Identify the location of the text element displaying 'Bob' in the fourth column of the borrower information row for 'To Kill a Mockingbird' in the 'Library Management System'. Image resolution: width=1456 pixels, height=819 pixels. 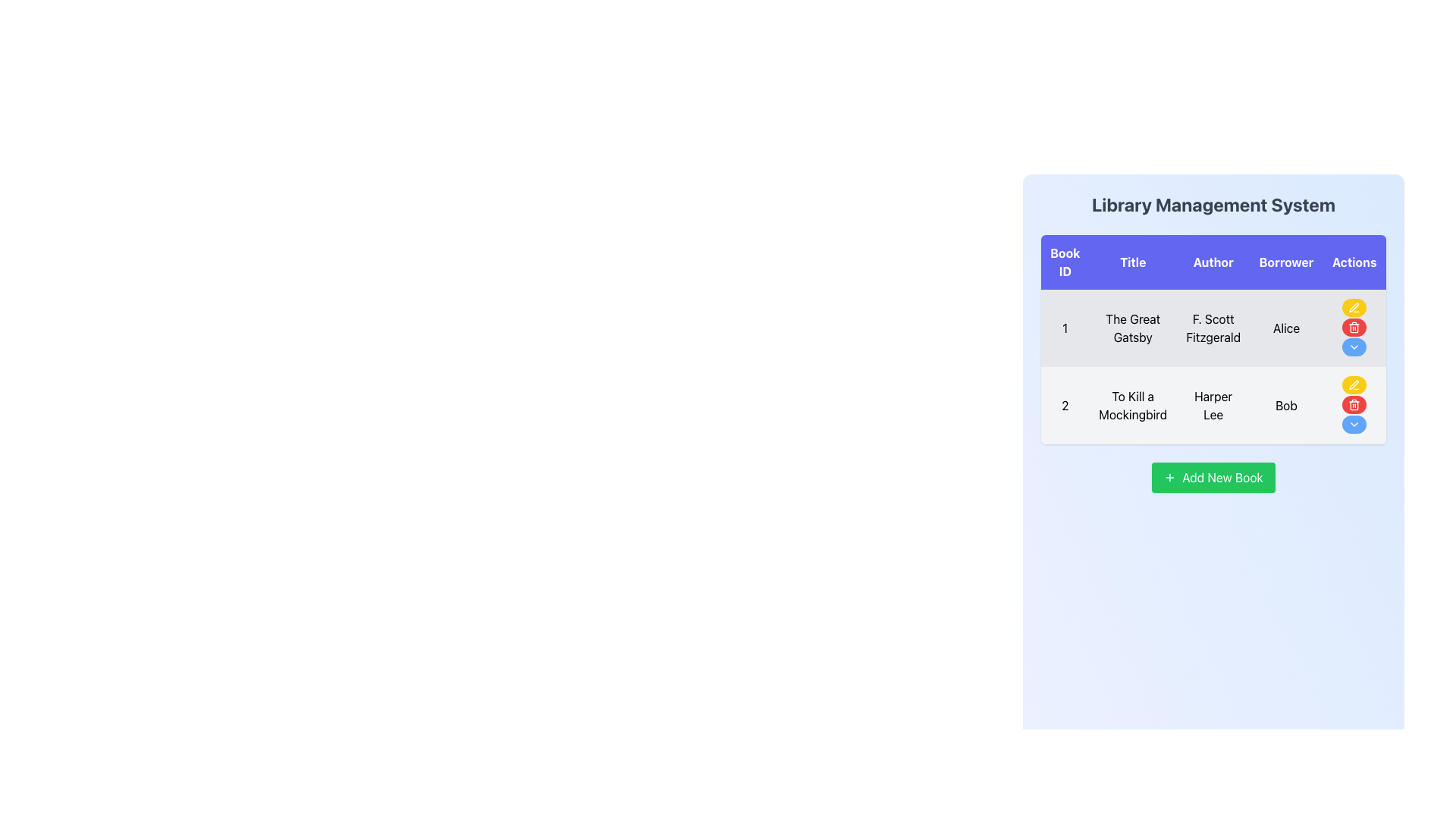
(1285, 405).